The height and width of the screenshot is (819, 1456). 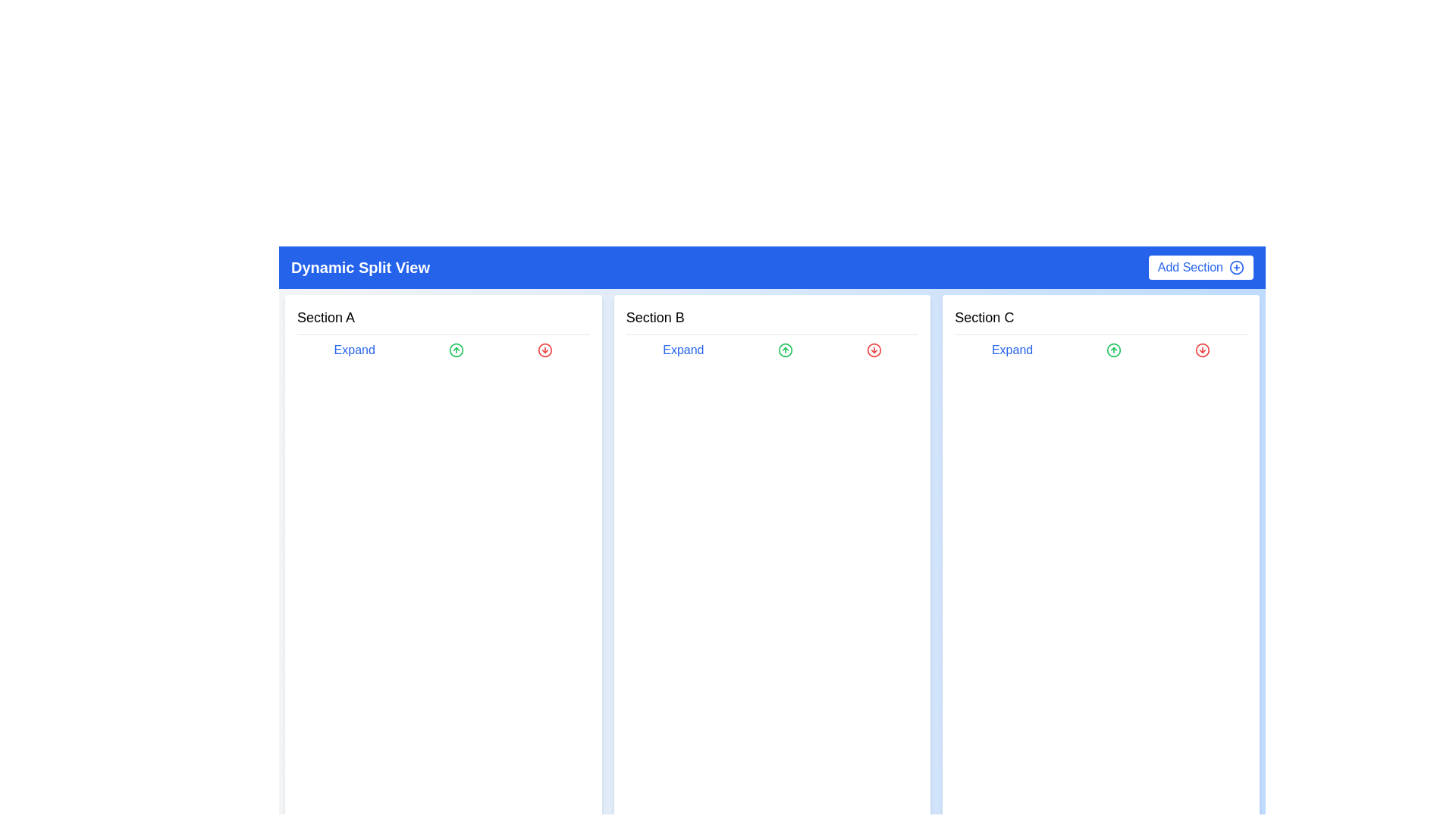 I want to click on the circular shape within the plus sign icon located to the right of the 'Add Section' button, so click(x=1237, y=267).